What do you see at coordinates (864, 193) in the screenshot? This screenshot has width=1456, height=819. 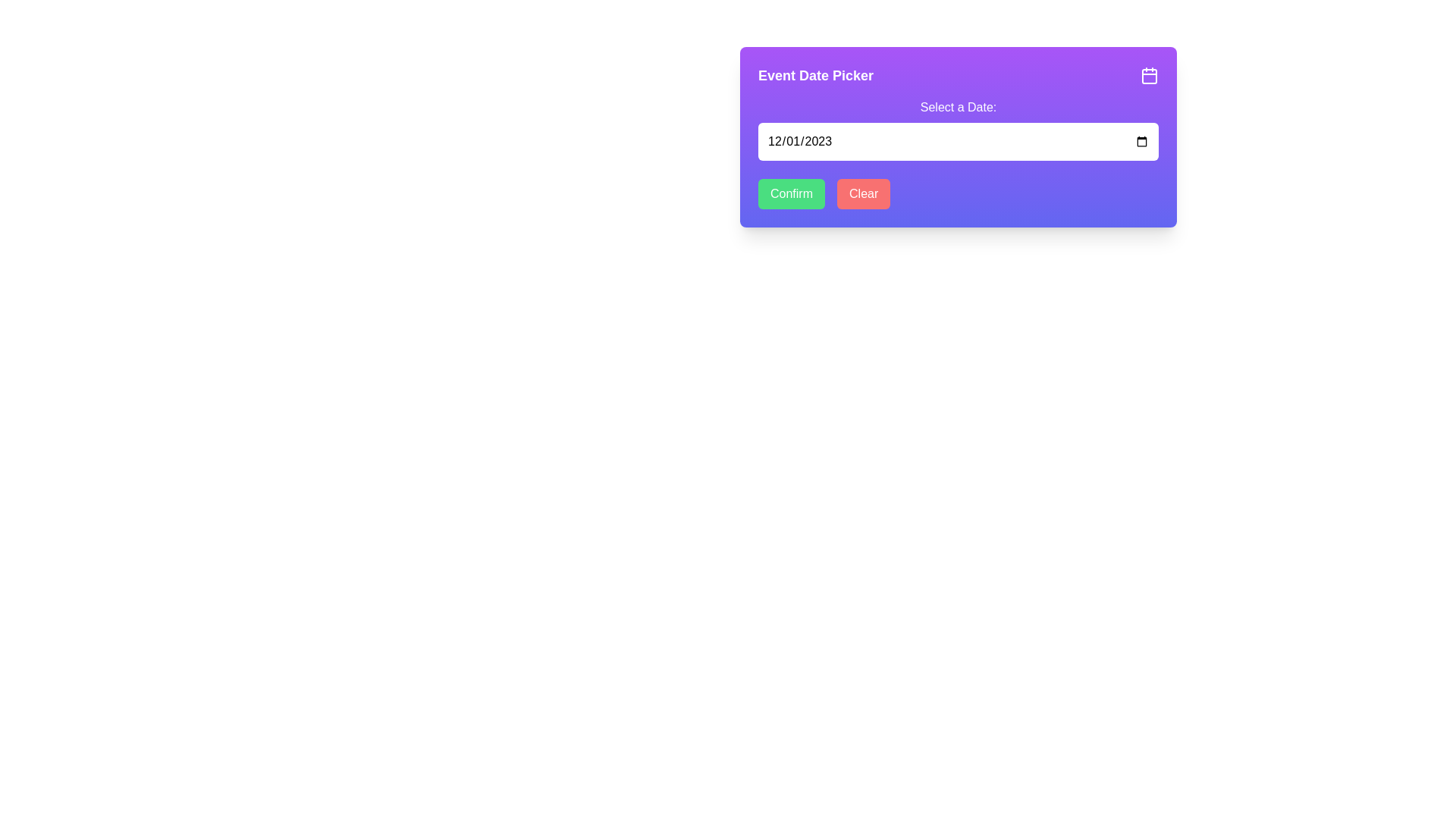 I see `the clear button located at the rightmost position in the horizontal group of buttons below the event date picker input field` at bounding box center [864, 193].